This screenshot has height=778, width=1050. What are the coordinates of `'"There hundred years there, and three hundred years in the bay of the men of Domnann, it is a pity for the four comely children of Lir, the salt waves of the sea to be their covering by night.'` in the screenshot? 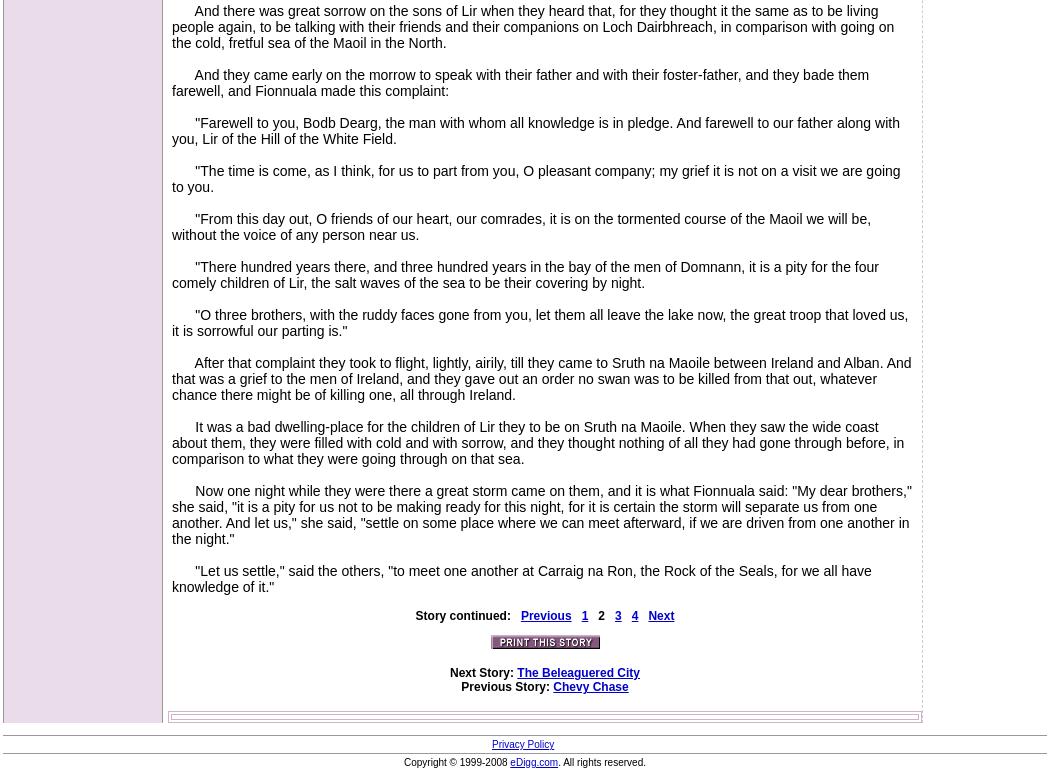 It's located at (525, 275).